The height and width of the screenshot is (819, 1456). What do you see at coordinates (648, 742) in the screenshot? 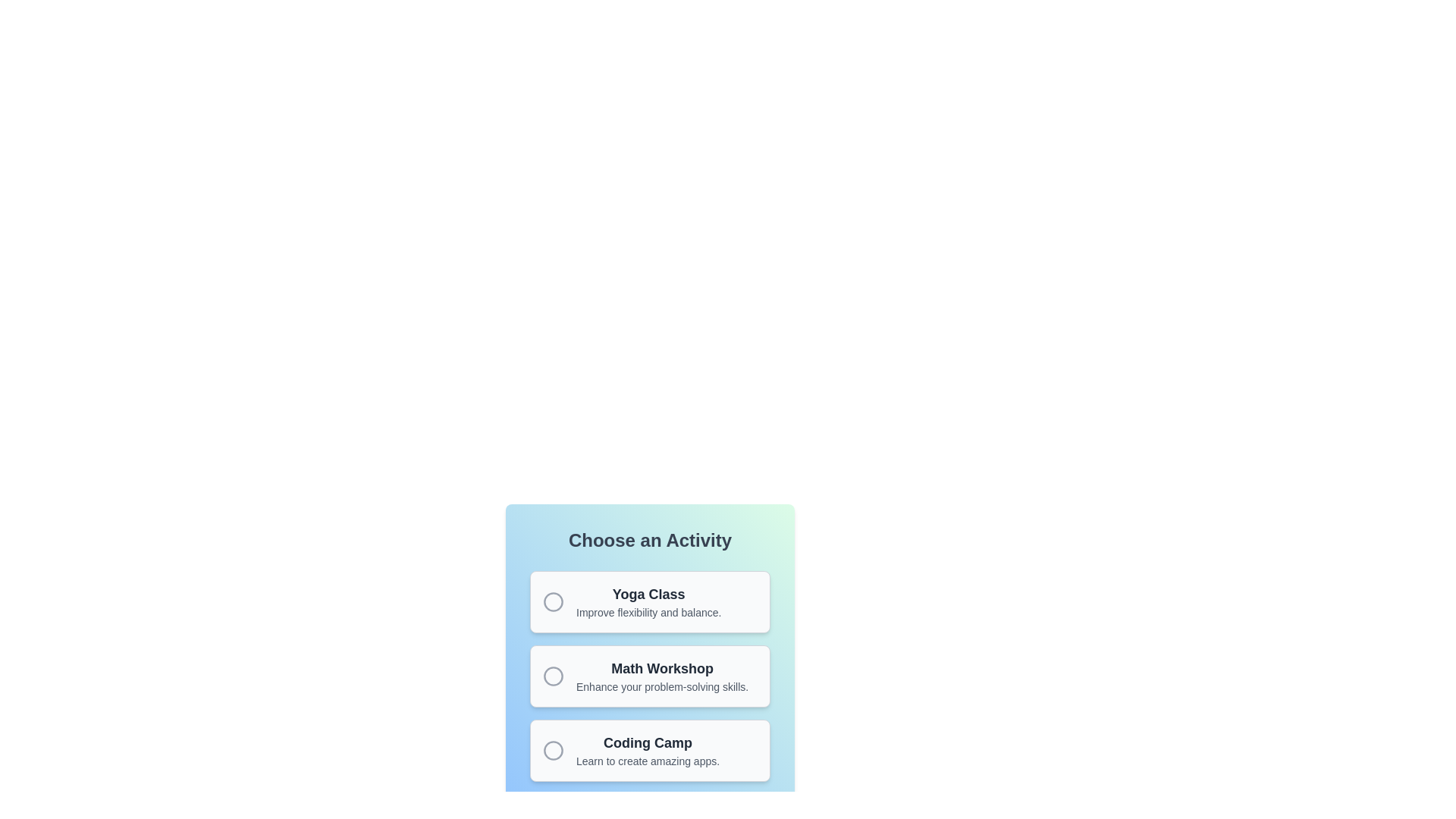
I see `the title text of the selectable card indicating the 'Coding Camp' activity, which is located at the top of the third card in the list, below the 'Math Workshop' card` at bounding box center [648, 742].